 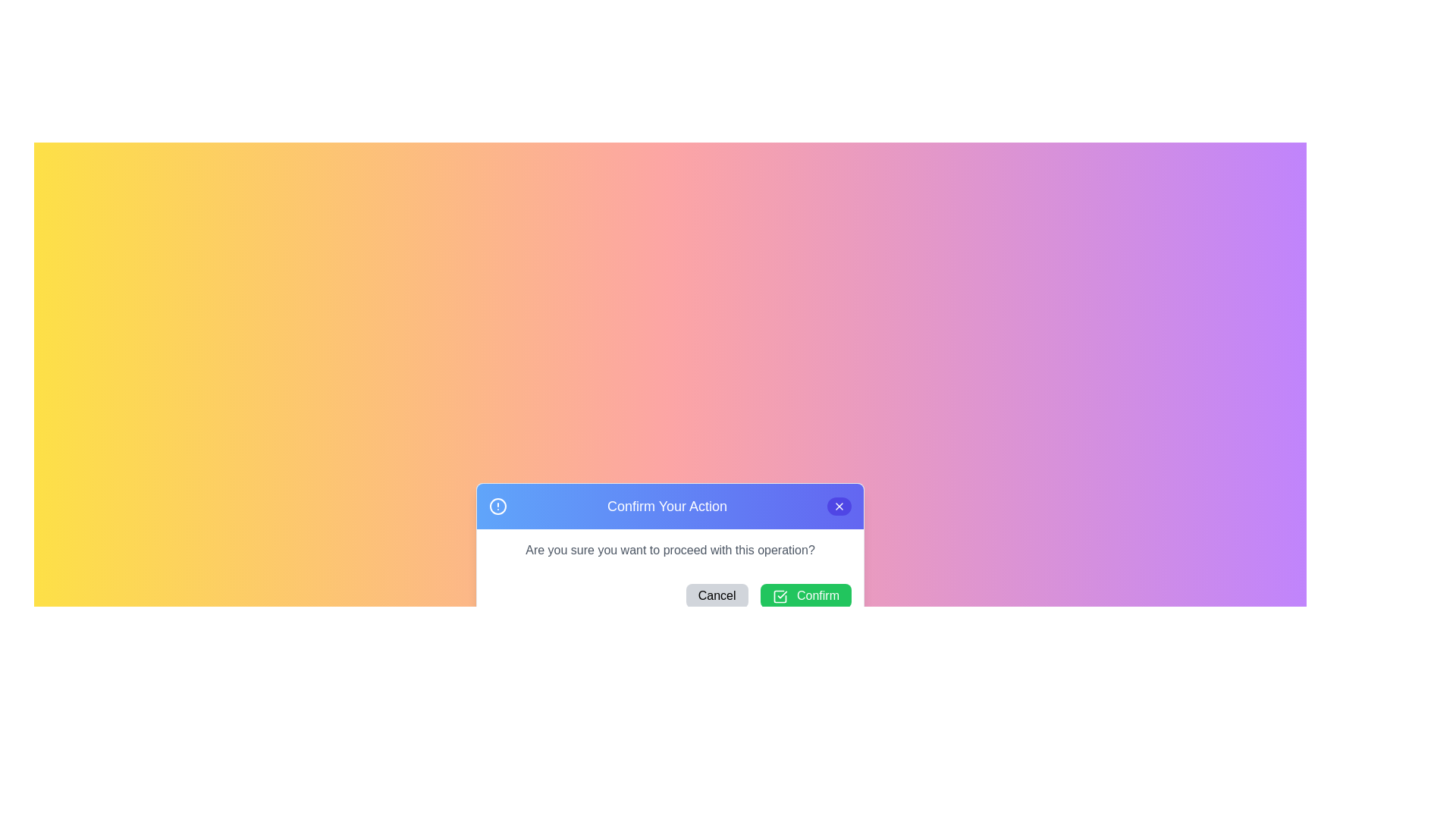 I want to click on the Header bar with the text 'Confirm Your Action', which features a gradient background and is positioned at the top of the dialog box, so click(x=669, y=506).